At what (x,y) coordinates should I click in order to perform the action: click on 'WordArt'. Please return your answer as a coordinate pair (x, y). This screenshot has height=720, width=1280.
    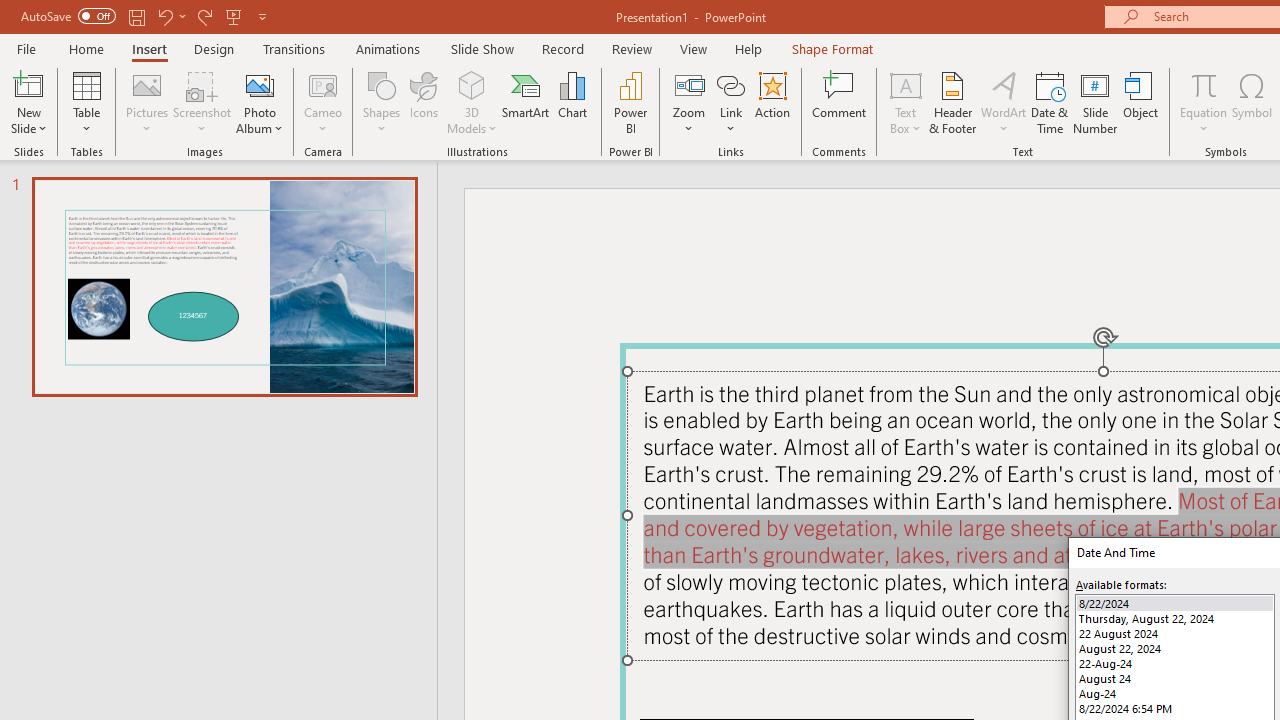
    Looking at the image, I should click on (1004, 103).